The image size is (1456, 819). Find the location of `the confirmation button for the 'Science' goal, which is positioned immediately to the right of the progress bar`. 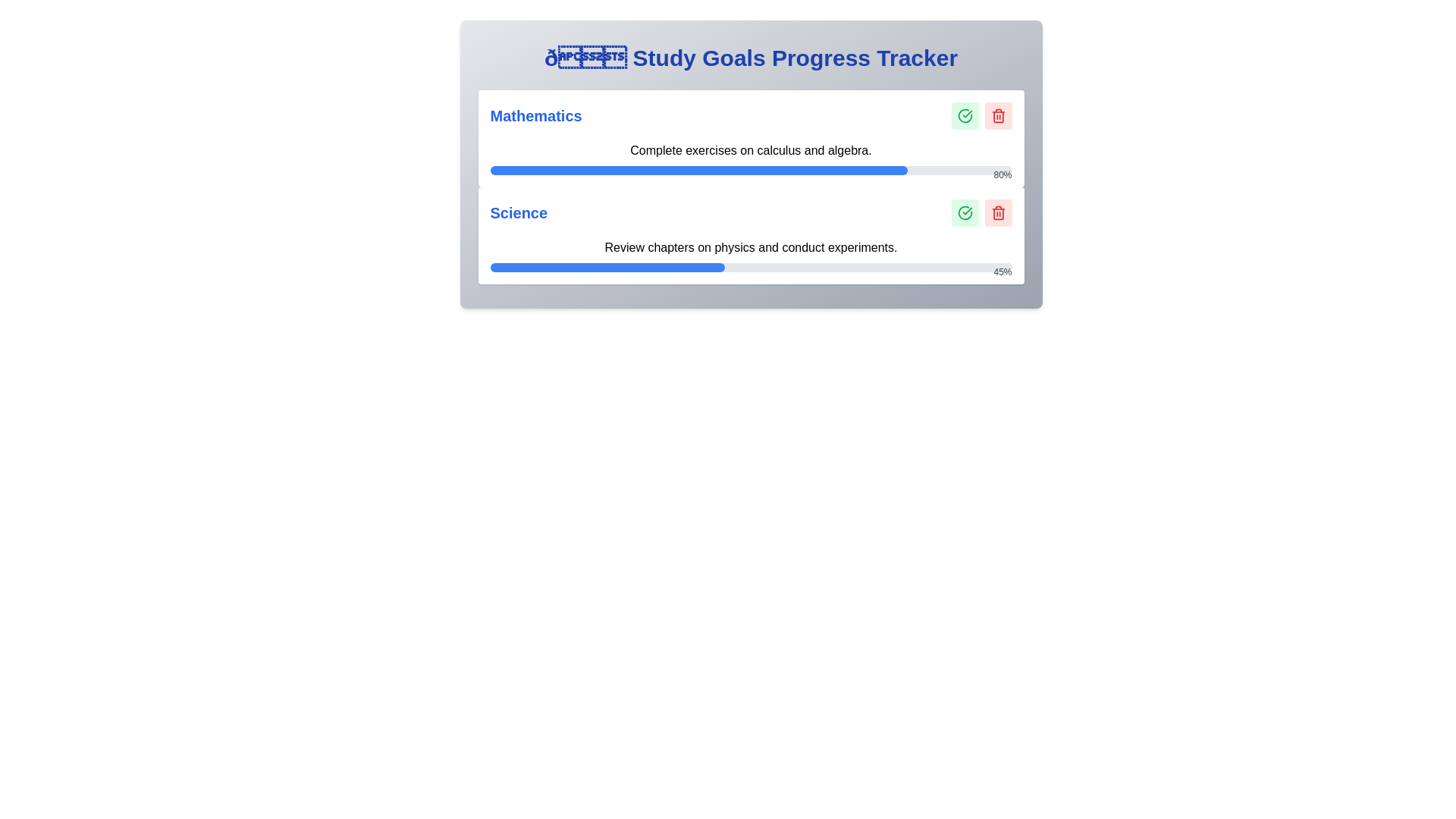

the confirmation button for the 'Science' goal, which is positioned immediately to the right of the progress bar is located at coordinates (964, 213).